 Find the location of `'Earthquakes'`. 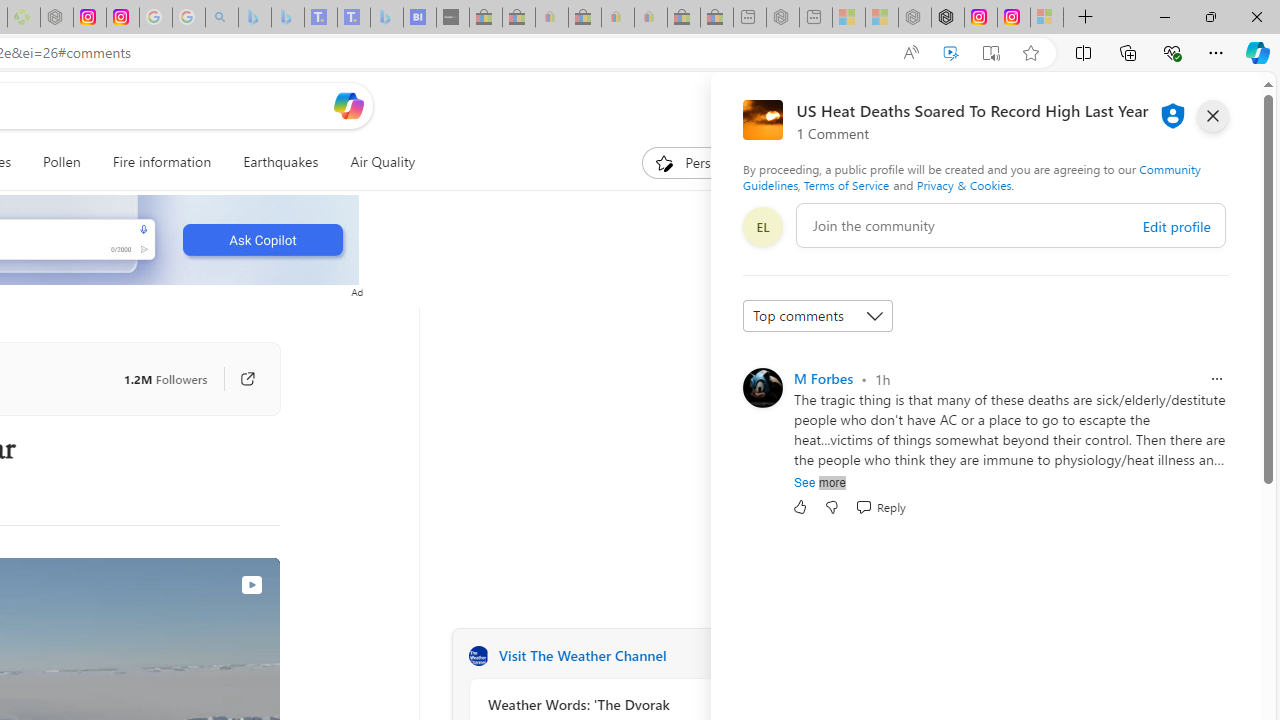

'Earthquakes' is located at coordinates (279, 162).